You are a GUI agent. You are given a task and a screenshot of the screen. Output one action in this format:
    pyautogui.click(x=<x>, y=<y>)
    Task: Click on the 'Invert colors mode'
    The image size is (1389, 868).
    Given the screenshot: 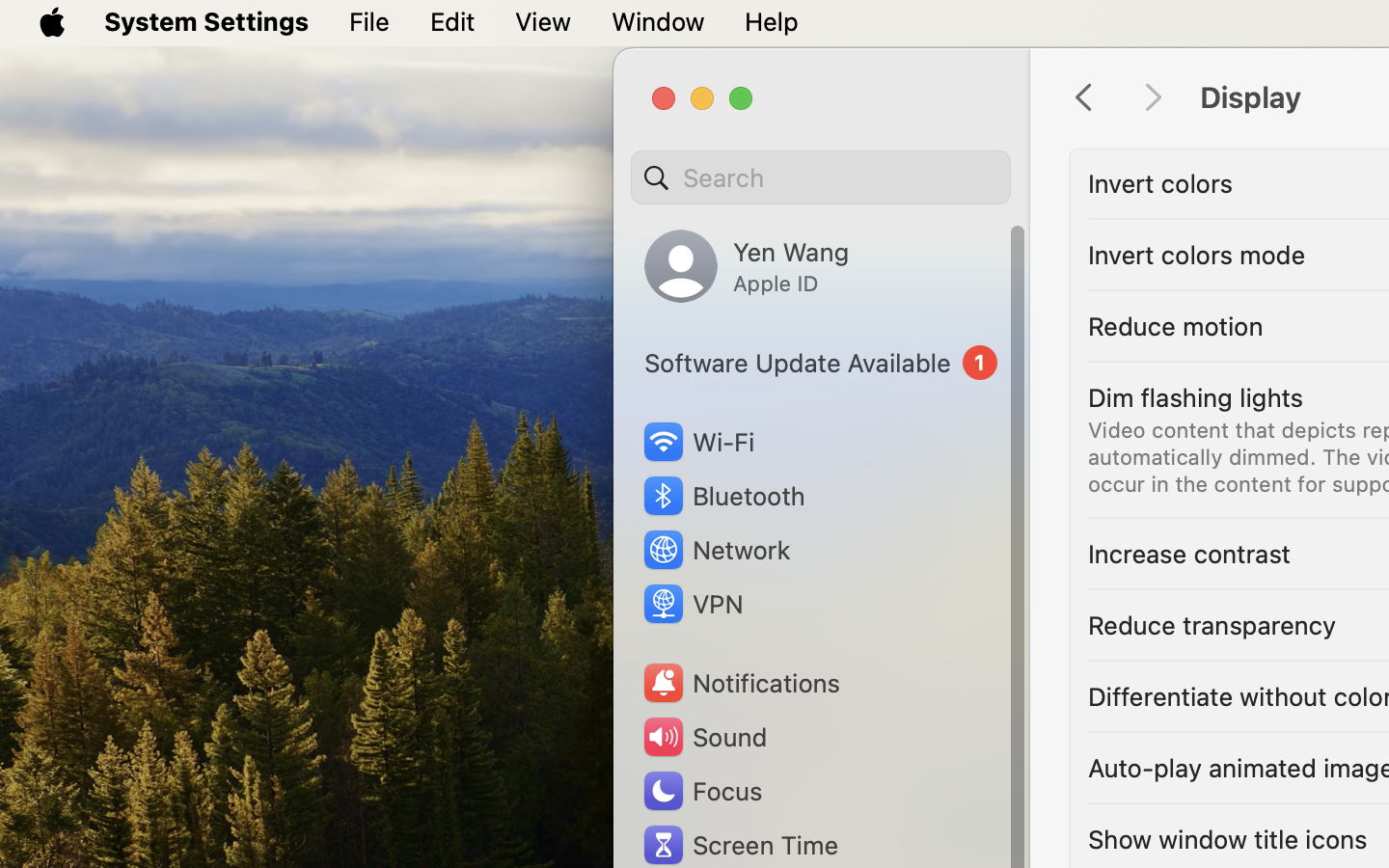 What is the action you would take?
    pyautogui.click(x=1195, y=253)
    